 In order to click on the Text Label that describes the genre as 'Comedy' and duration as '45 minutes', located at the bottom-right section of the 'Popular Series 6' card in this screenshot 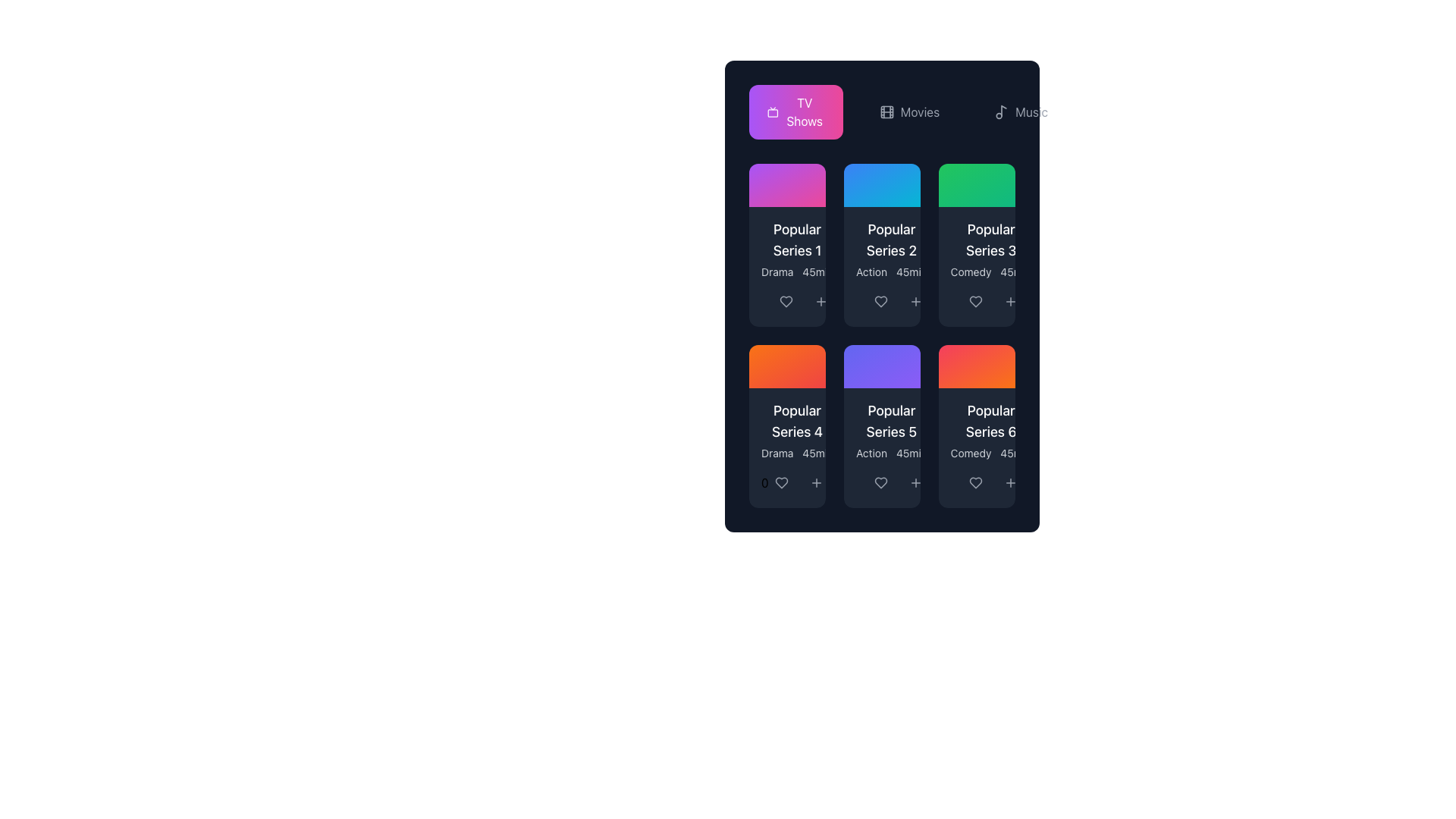, I will do `click(991, 452)`.